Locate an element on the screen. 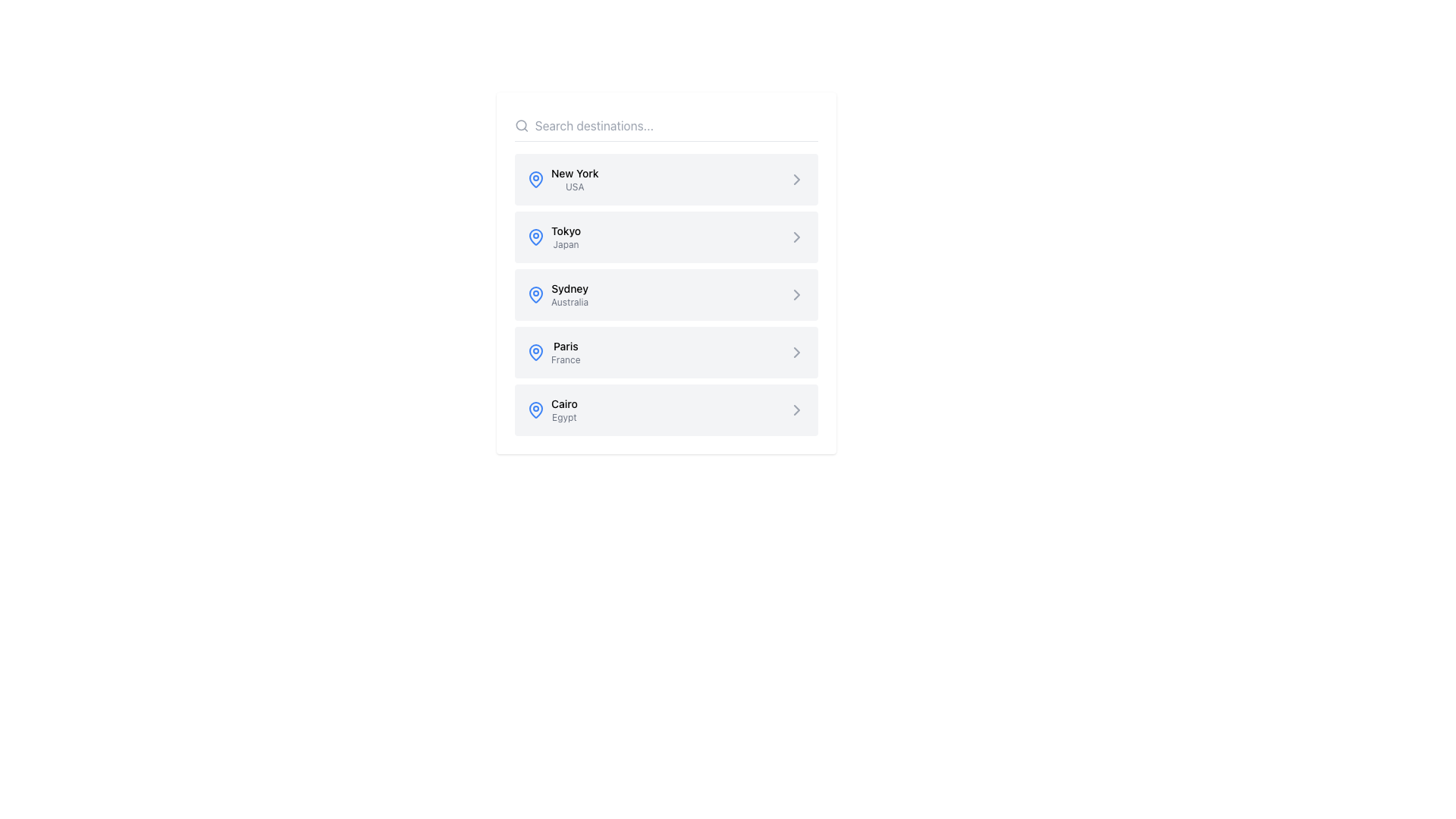  the selectable list item representing Tokyo, Japan is located at coordinates (666, 237).